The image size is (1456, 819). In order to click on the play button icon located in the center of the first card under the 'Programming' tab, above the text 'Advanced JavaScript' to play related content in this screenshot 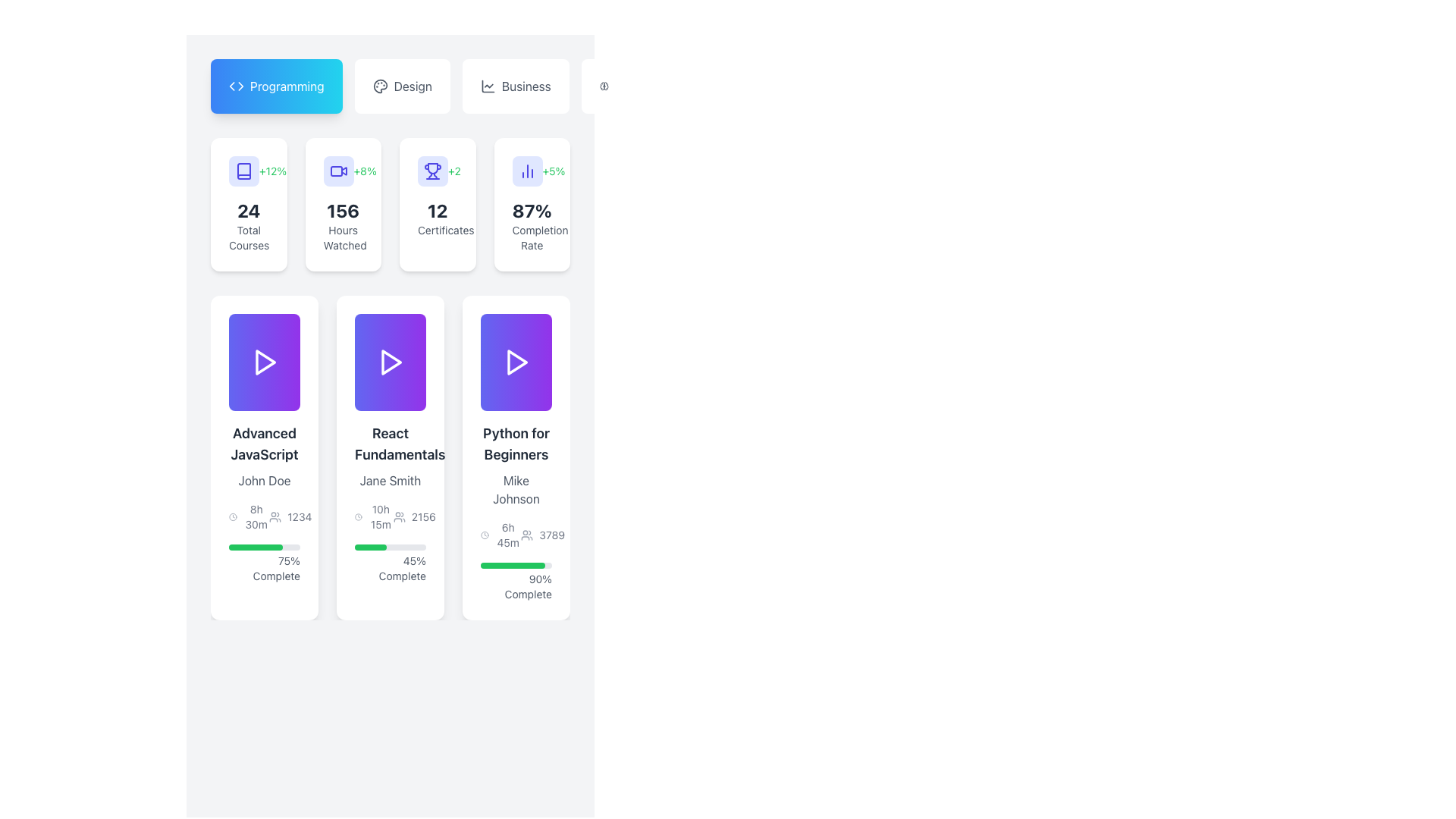, I will do `click(265, 362)`.